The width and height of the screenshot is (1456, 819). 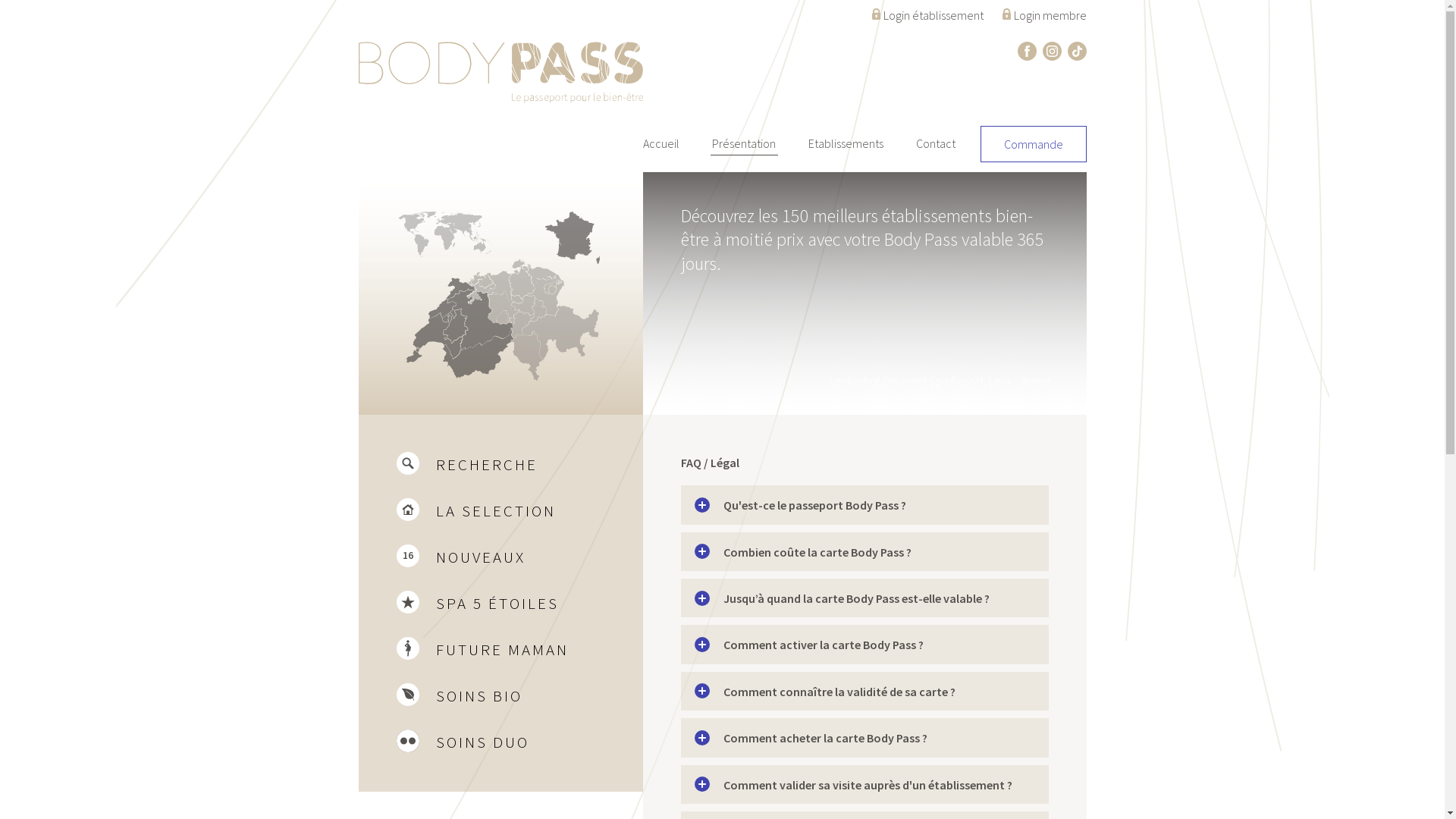 I want to click on 'Open', so click(x=701, y=783).